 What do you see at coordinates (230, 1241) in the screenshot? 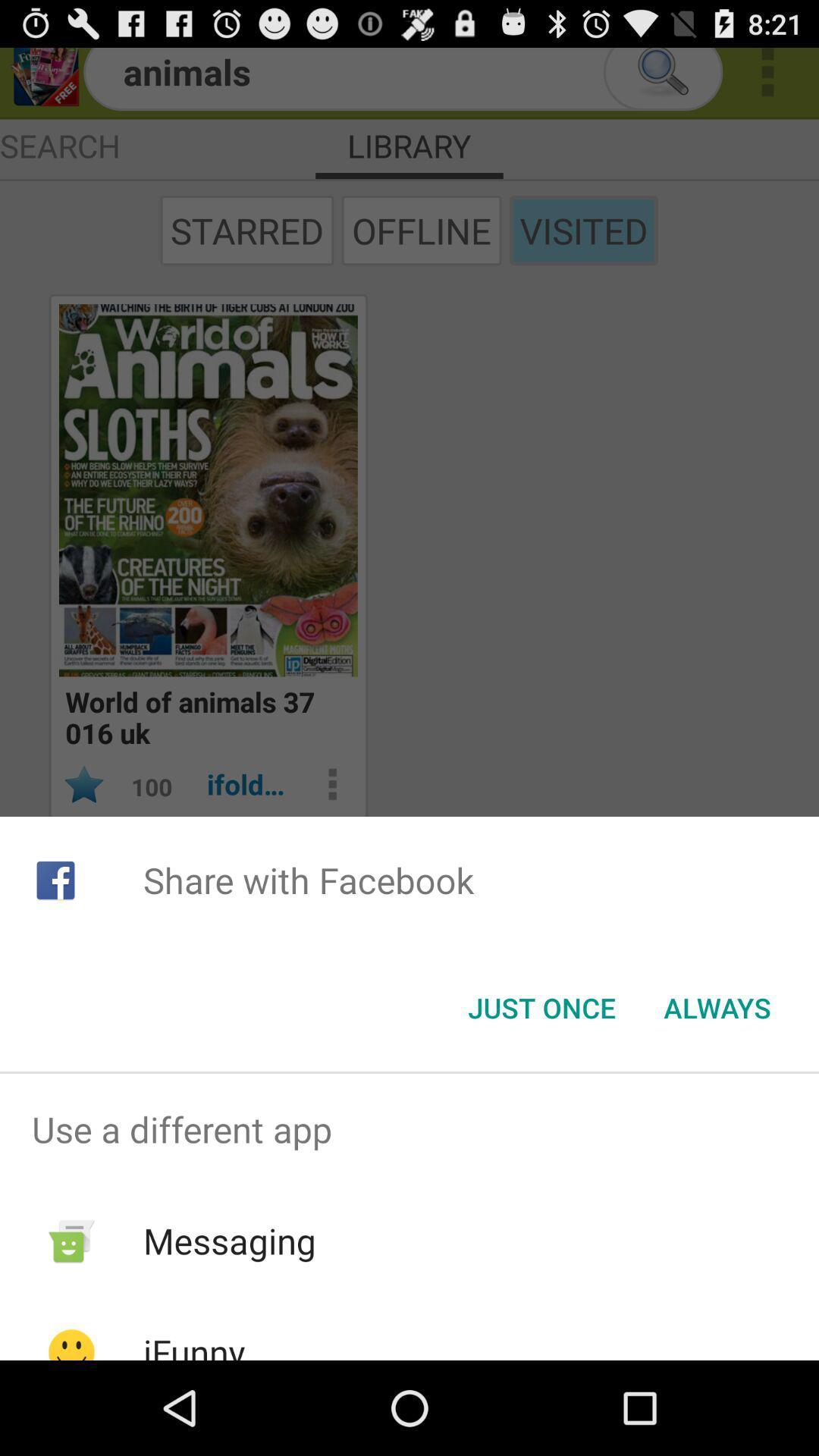
I see `item below the use a different app` at bounding box center [230, 1241].